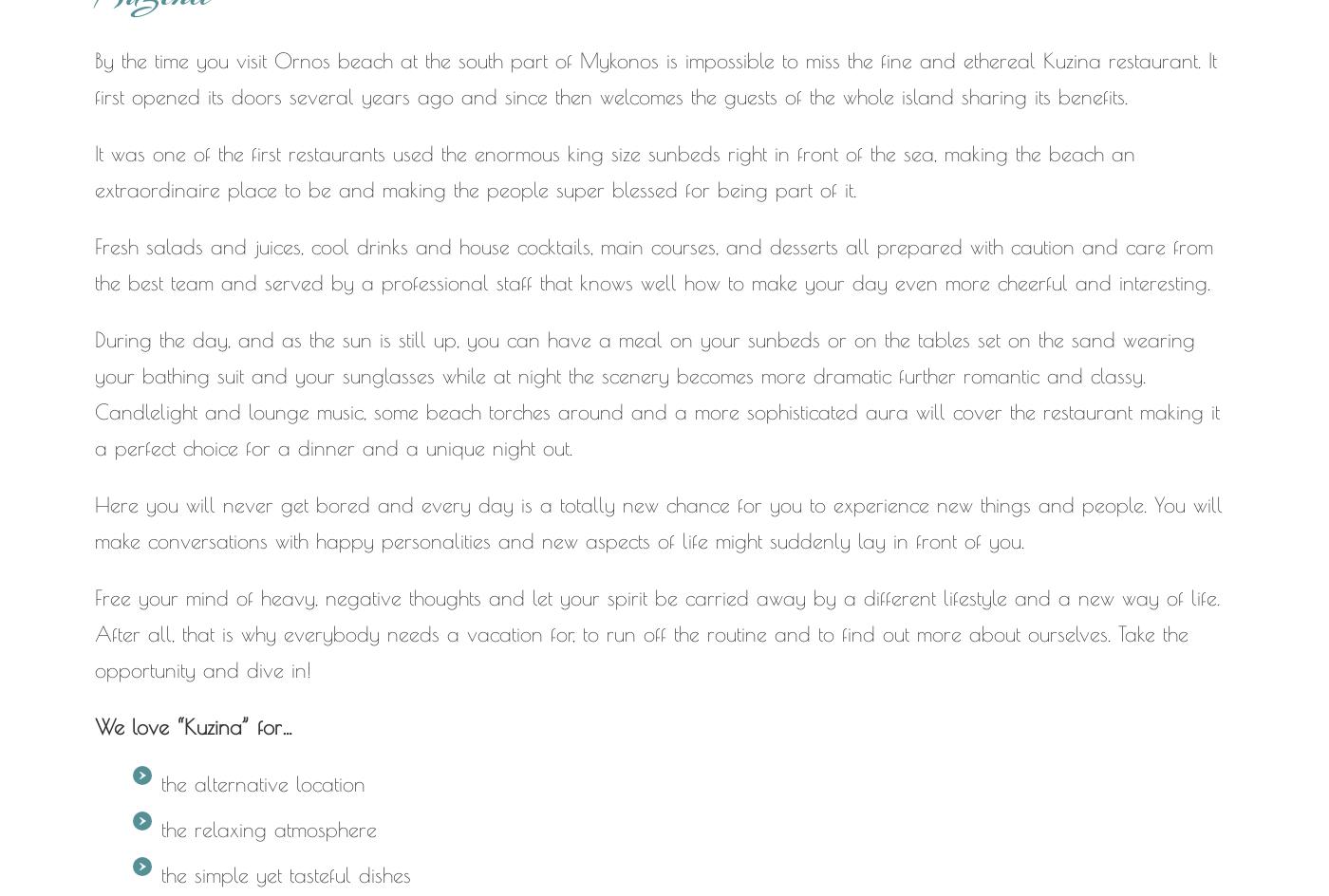  What do you see at coordinates (193, 726) in the screenshot?
I see `'We love “Kuzina” for…'` at bounding box center [193, 726].